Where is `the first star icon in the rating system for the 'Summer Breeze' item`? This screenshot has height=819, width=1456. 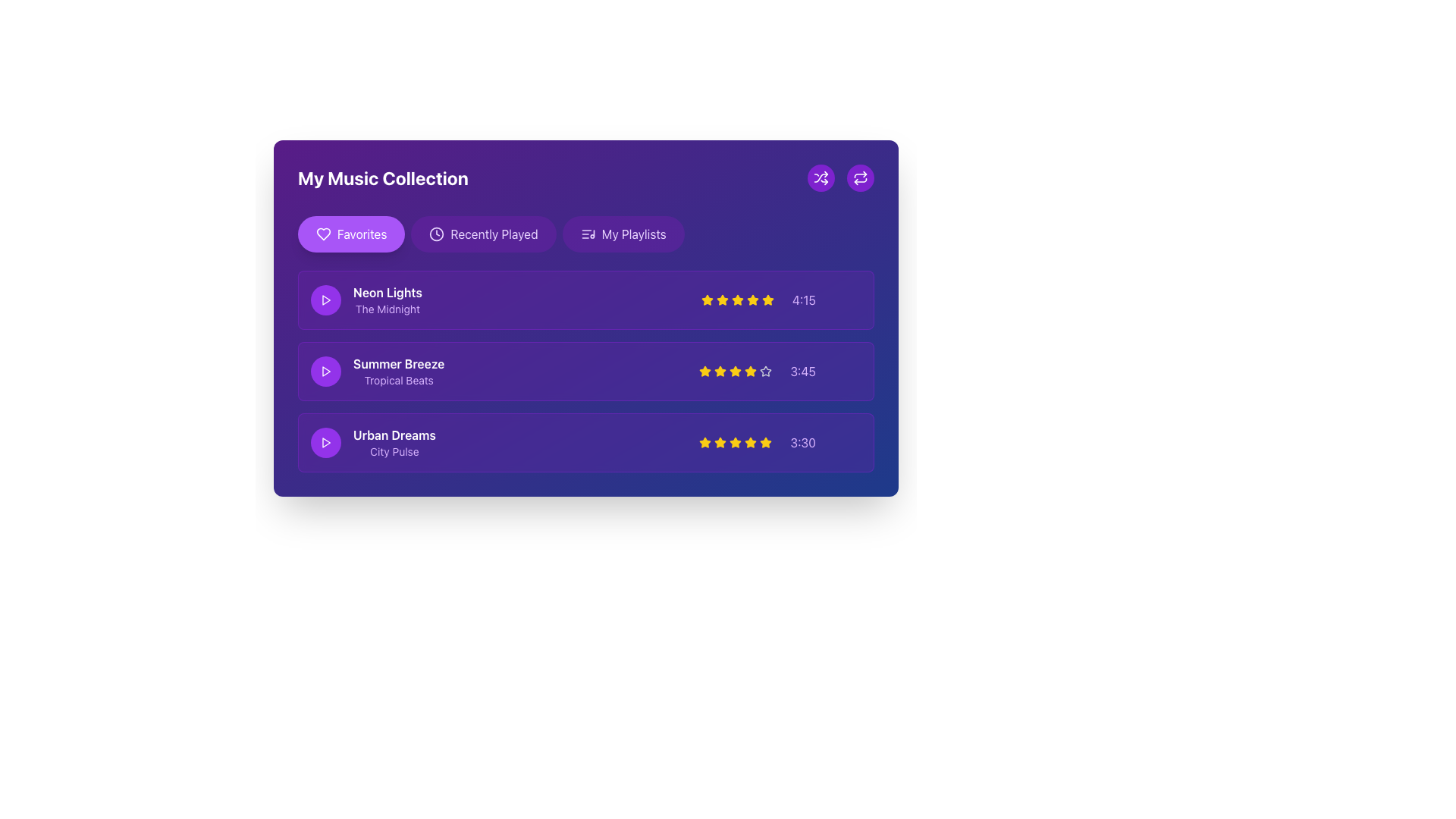 the first star icon in the rating system for the 'Summer Breeze' item is located at coordinates (704, 371).